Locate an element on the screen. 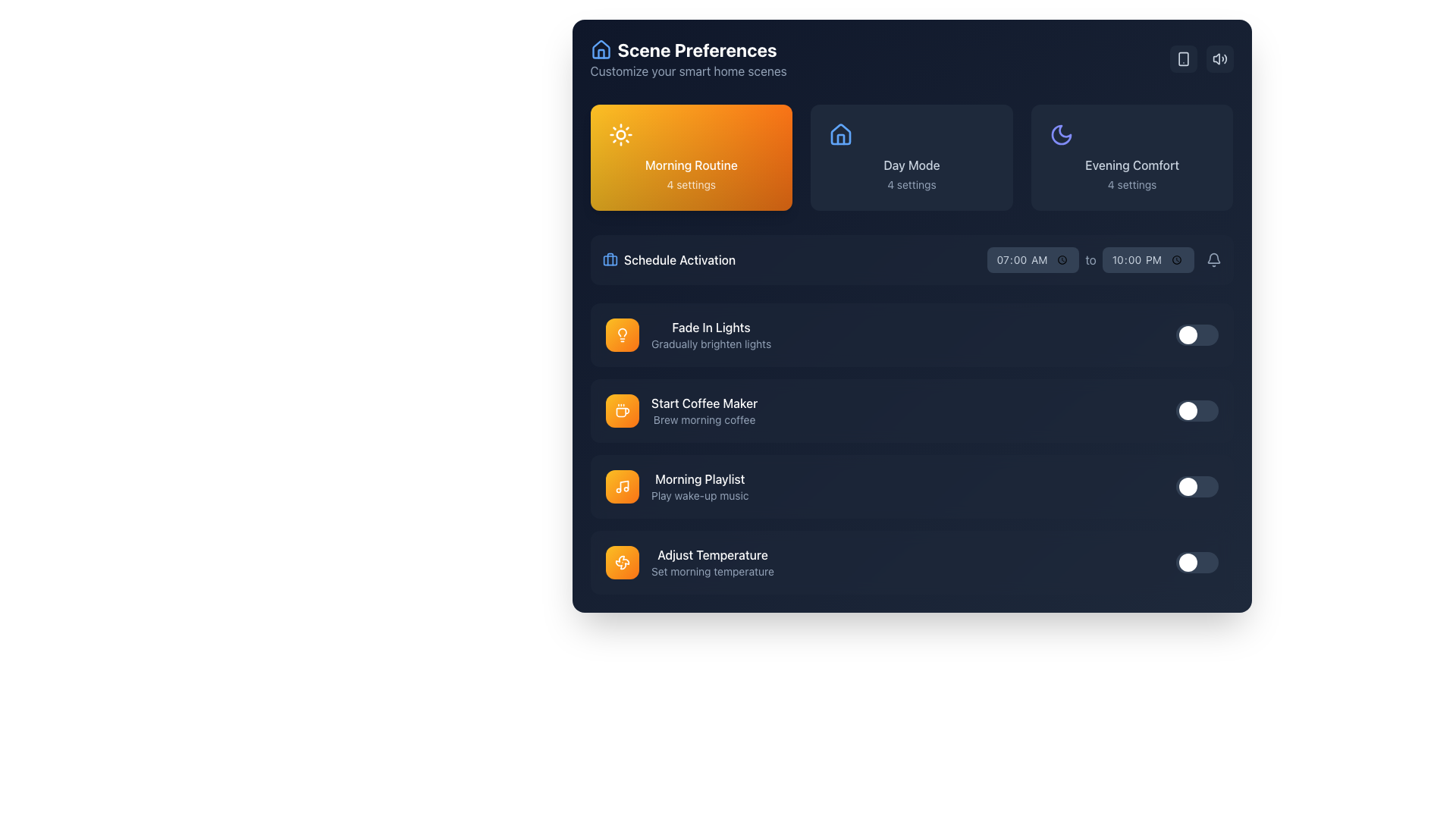  the toggle switch for the 'Fade In Lights' setting, which is the first row in the vertical list beneath the 'Schedule Activation' section is located at coordinates (911, 334).